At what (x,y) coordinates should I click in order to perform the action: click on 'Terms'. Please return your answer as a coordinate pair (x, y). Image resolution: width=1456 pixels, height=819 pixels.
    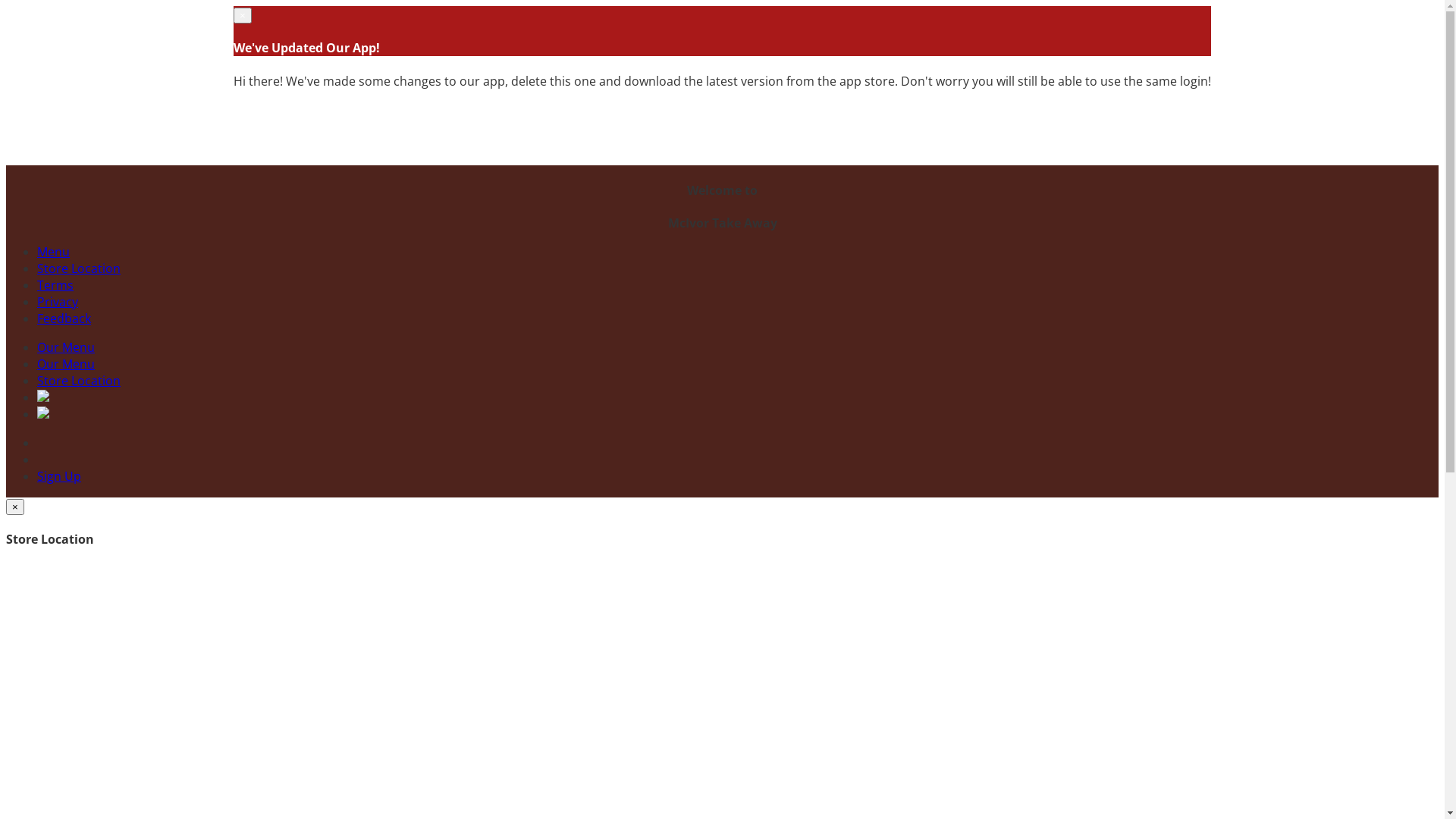
    Looking at the image, I should click on (55, 284).